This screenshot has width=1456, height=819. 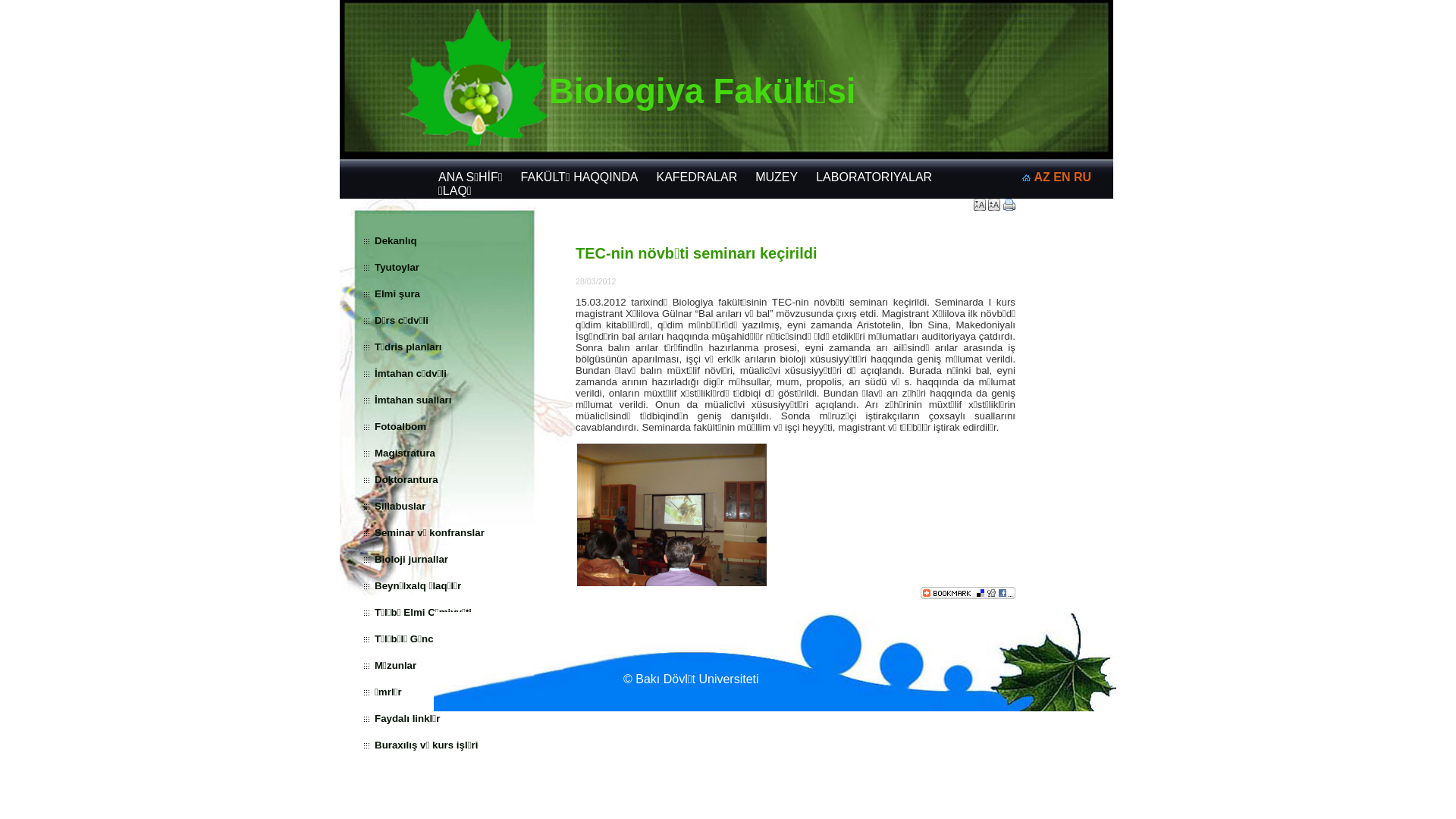 What do you see at coordinates (400, 506) in the screenshot?
I see `'Sillabuslar'` at bounding box center [400, 506].